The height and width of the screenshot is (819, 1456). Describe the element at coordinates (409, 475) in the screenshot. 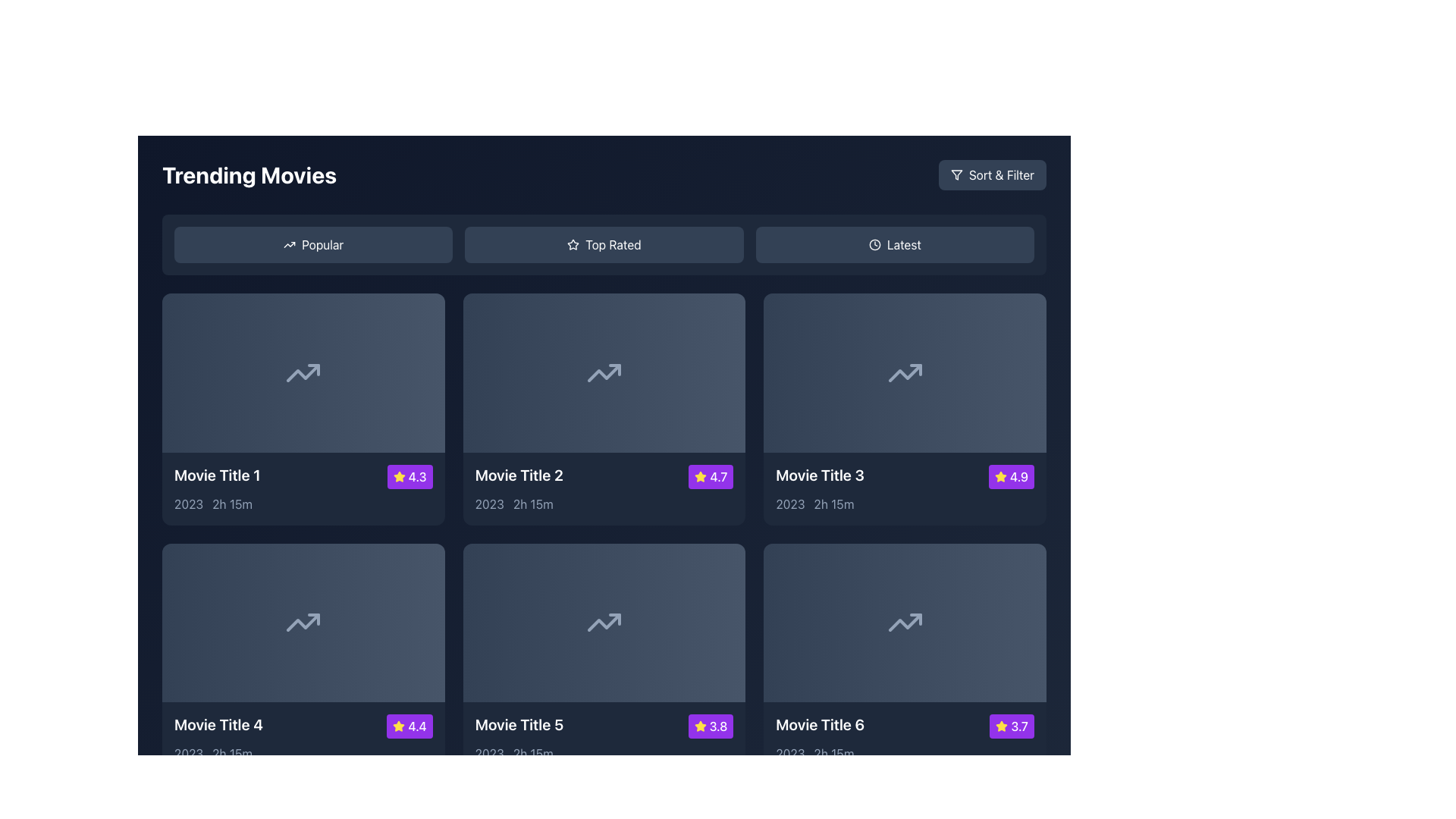

I see `the Rating Badge, which features a bright purple background, a yellow star icon on the left, and the numeric text '4.3' in white bold font to its right, located at the top-right of the first movie card` at that location.